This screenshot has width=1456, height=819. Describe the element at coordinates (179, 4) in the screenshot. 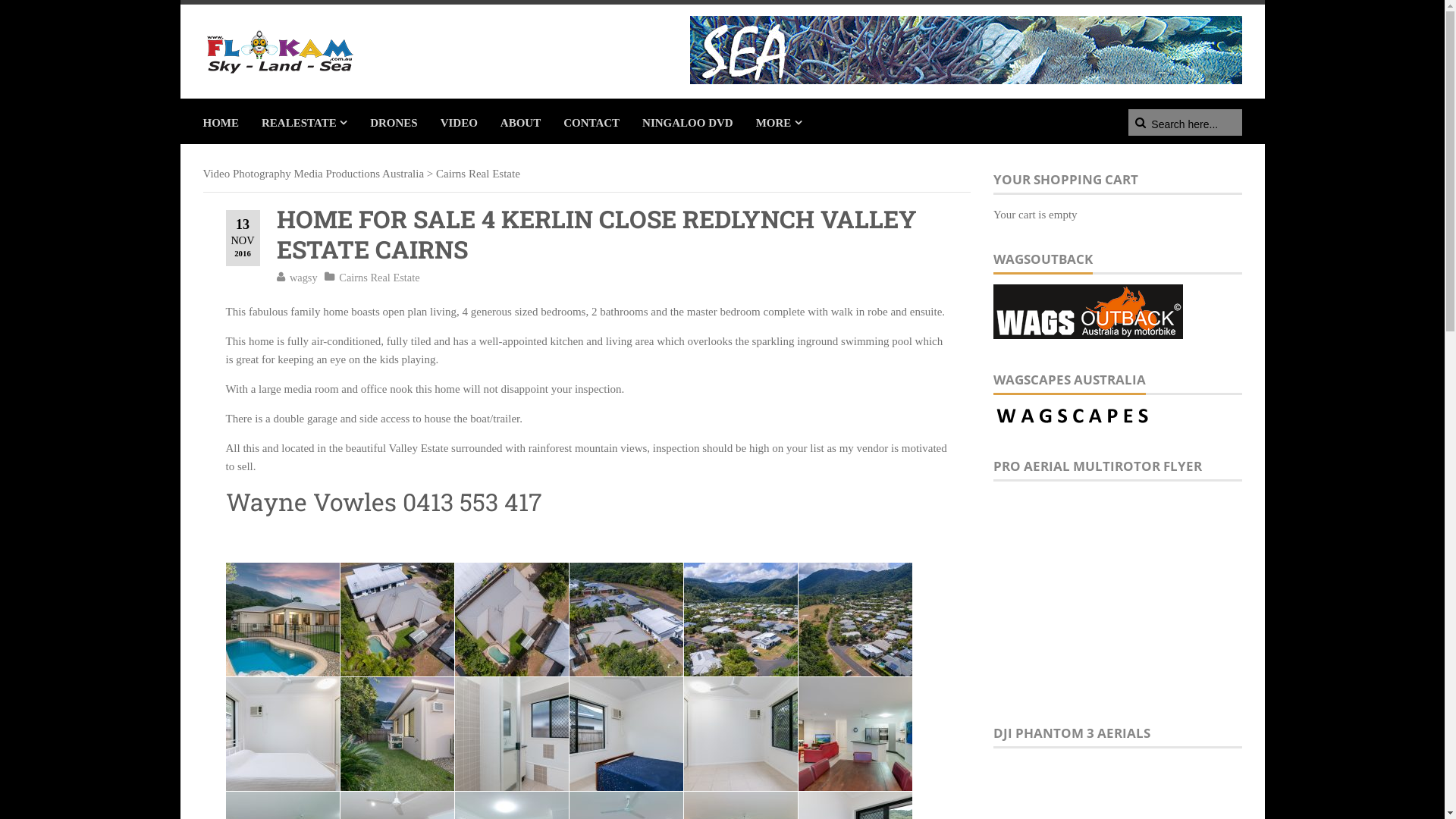

I see `'Skip to content'` at that location.